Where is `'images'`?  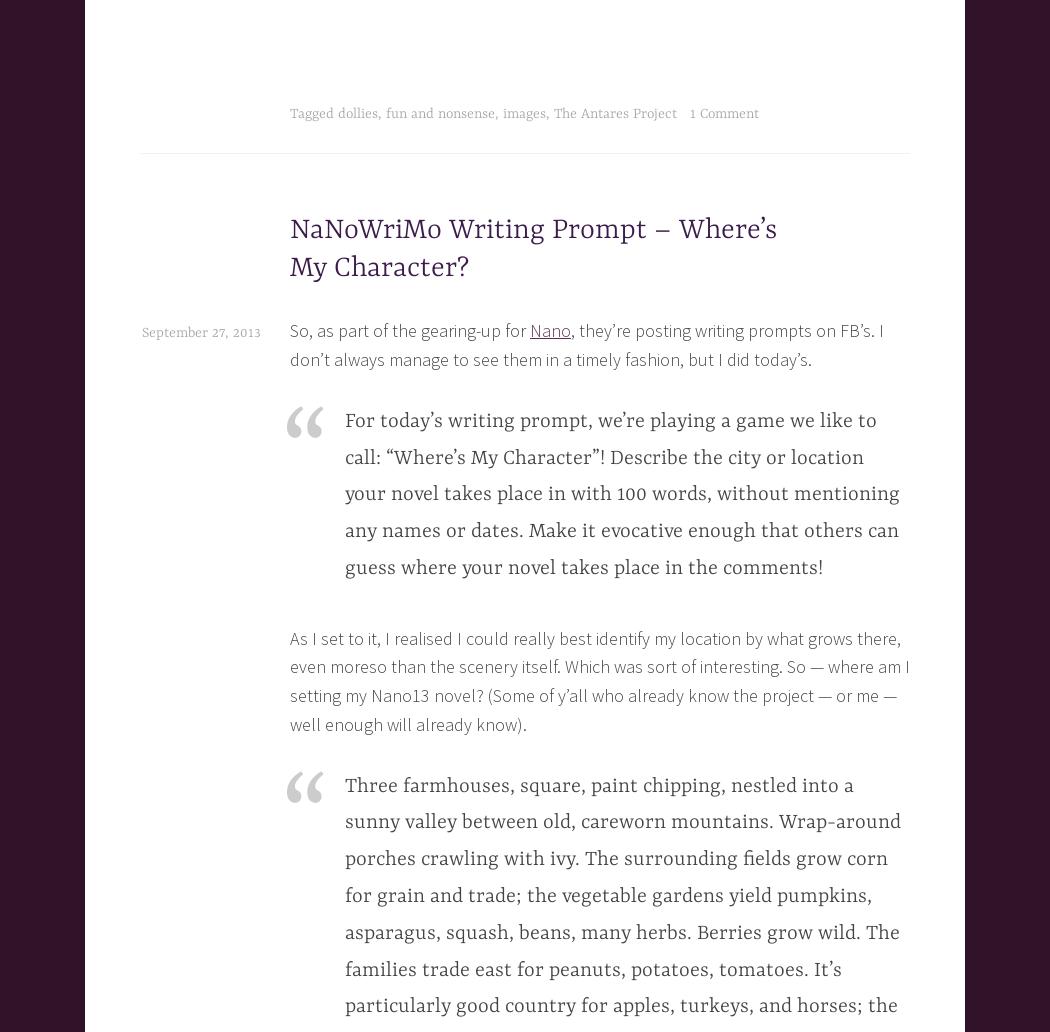 'images' is located at coordinates (523, 114).